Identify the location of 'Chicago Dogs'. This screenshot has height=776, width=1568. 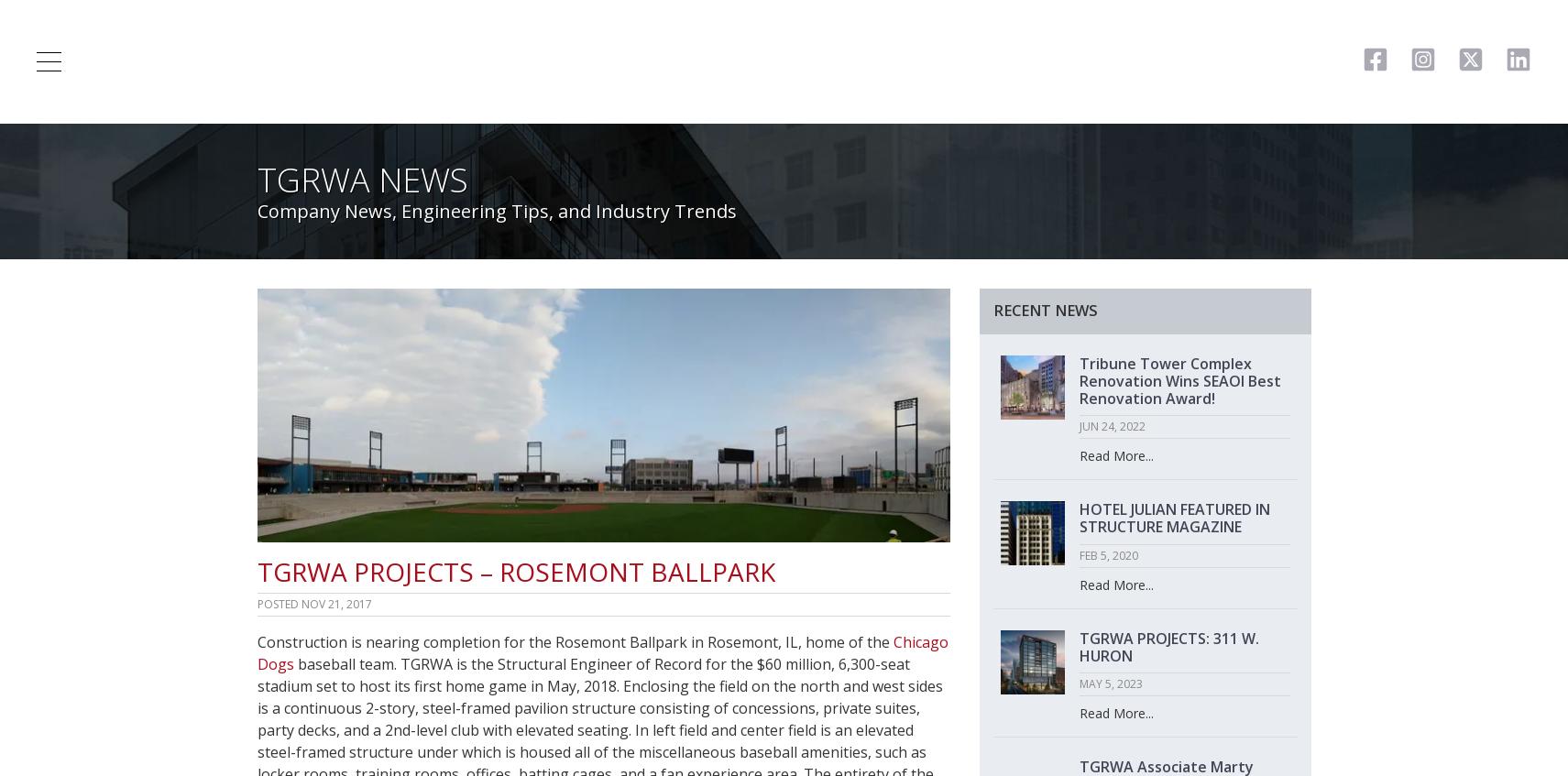
(601, 651).